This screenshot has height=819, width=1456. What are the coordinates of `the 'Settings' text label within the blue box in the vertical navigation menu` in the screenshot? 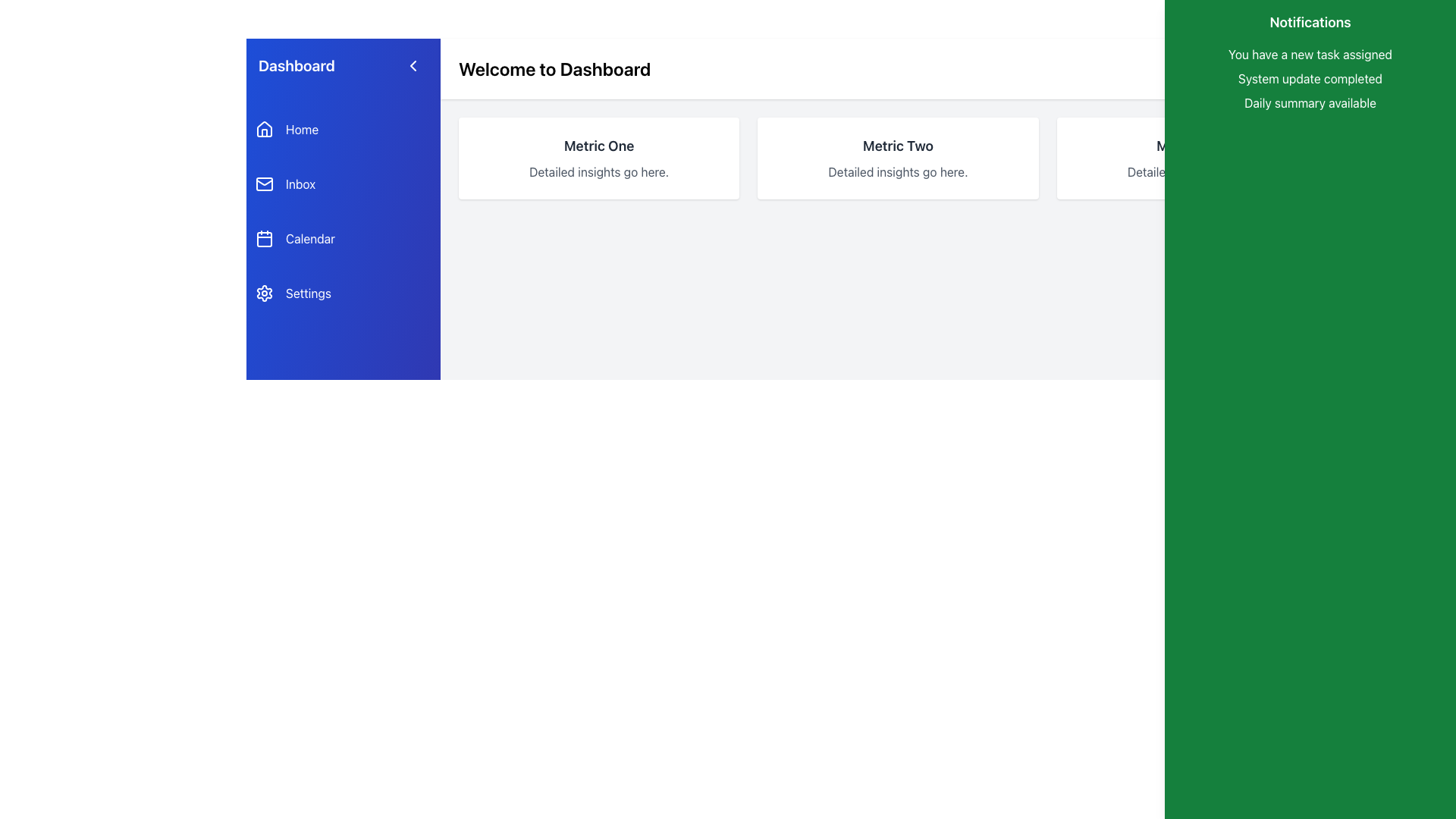 It's located at (307, 293).